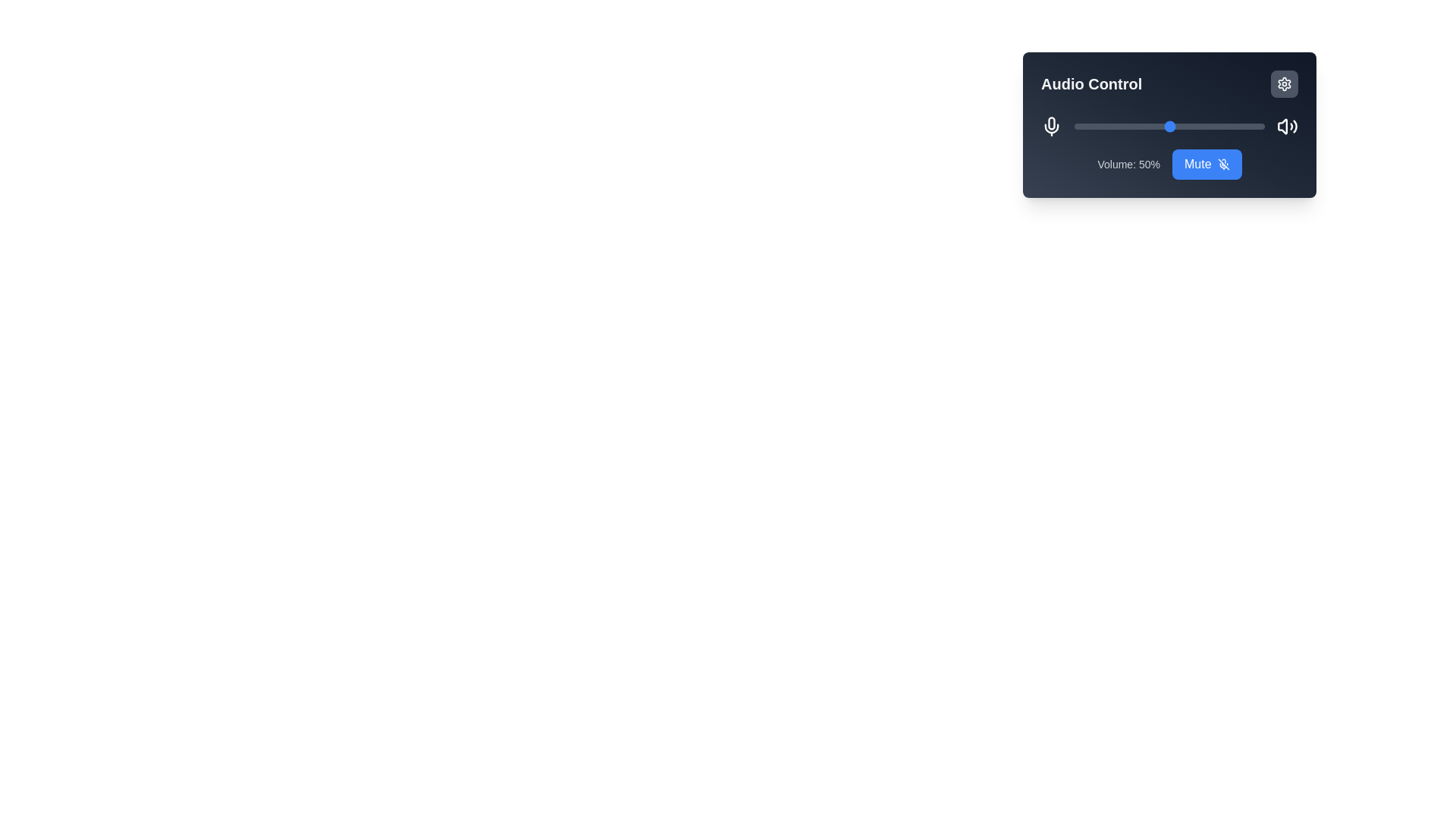 The height and width of the screenshot is (819, 1456). Describe the element at coordinates (1206, 164) in the screenshot. I see `the rectangular 'Mute' button with a blue background and white text in the audio control panel` at that location.